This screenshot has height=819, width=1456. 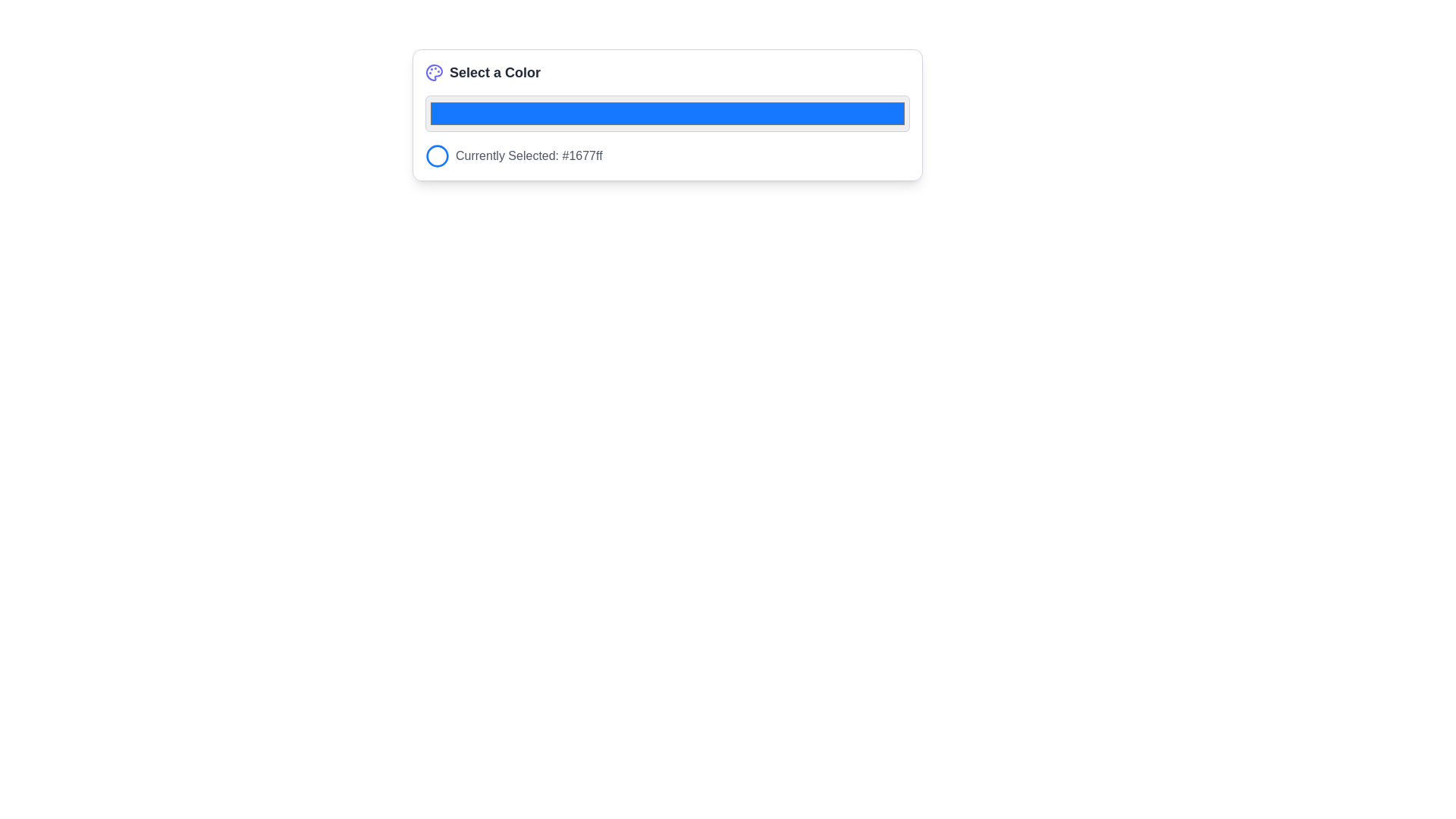 What do you see at coordinates (667, 113) in the screenshot?
I see `the Color Input Field located below the 'Select a Color' title` at bounding box center [667, 113].